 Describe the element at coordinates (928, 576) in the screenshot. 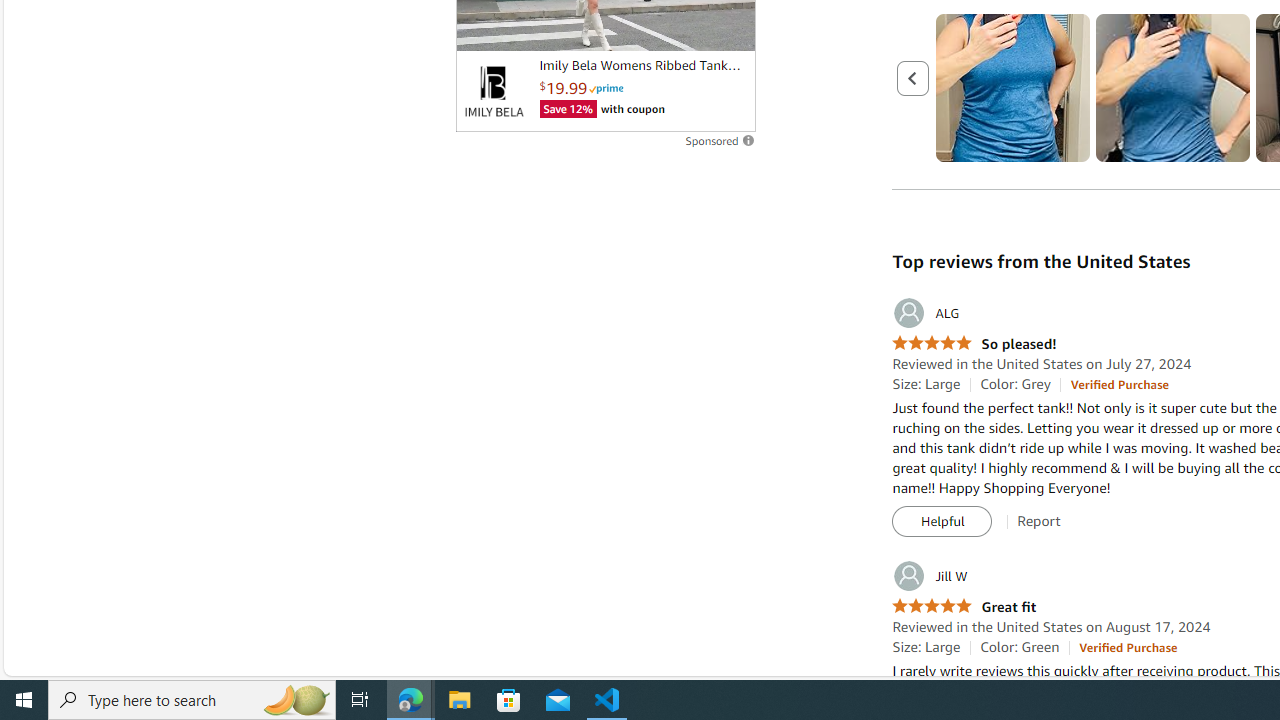

I see `'Jill W'` at that location.